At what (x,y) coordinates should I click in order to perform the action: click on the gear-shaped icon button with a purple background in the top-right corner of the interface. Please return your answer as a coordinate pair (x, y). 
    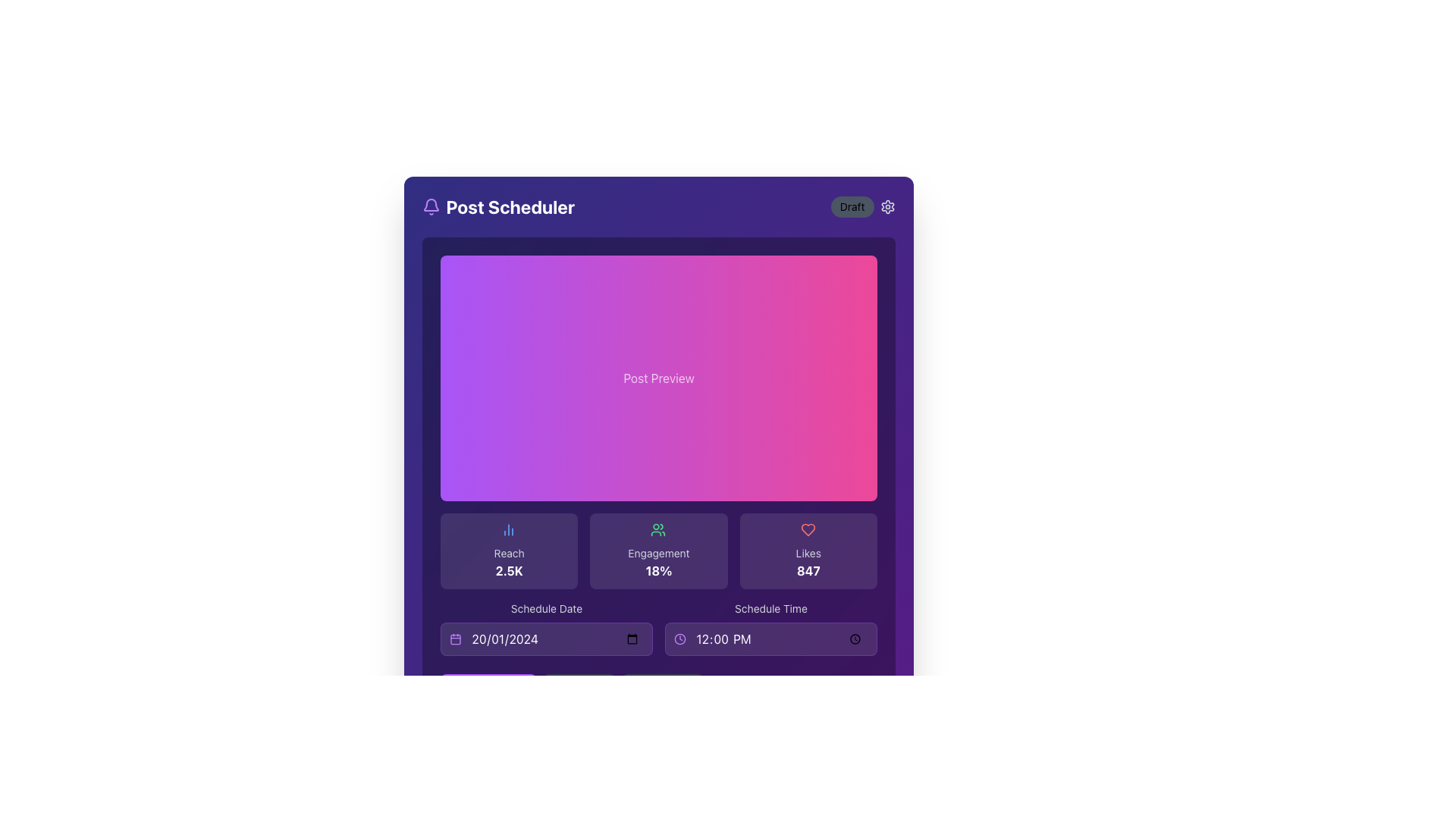
    Looking at the image, I should click on (887, 207).